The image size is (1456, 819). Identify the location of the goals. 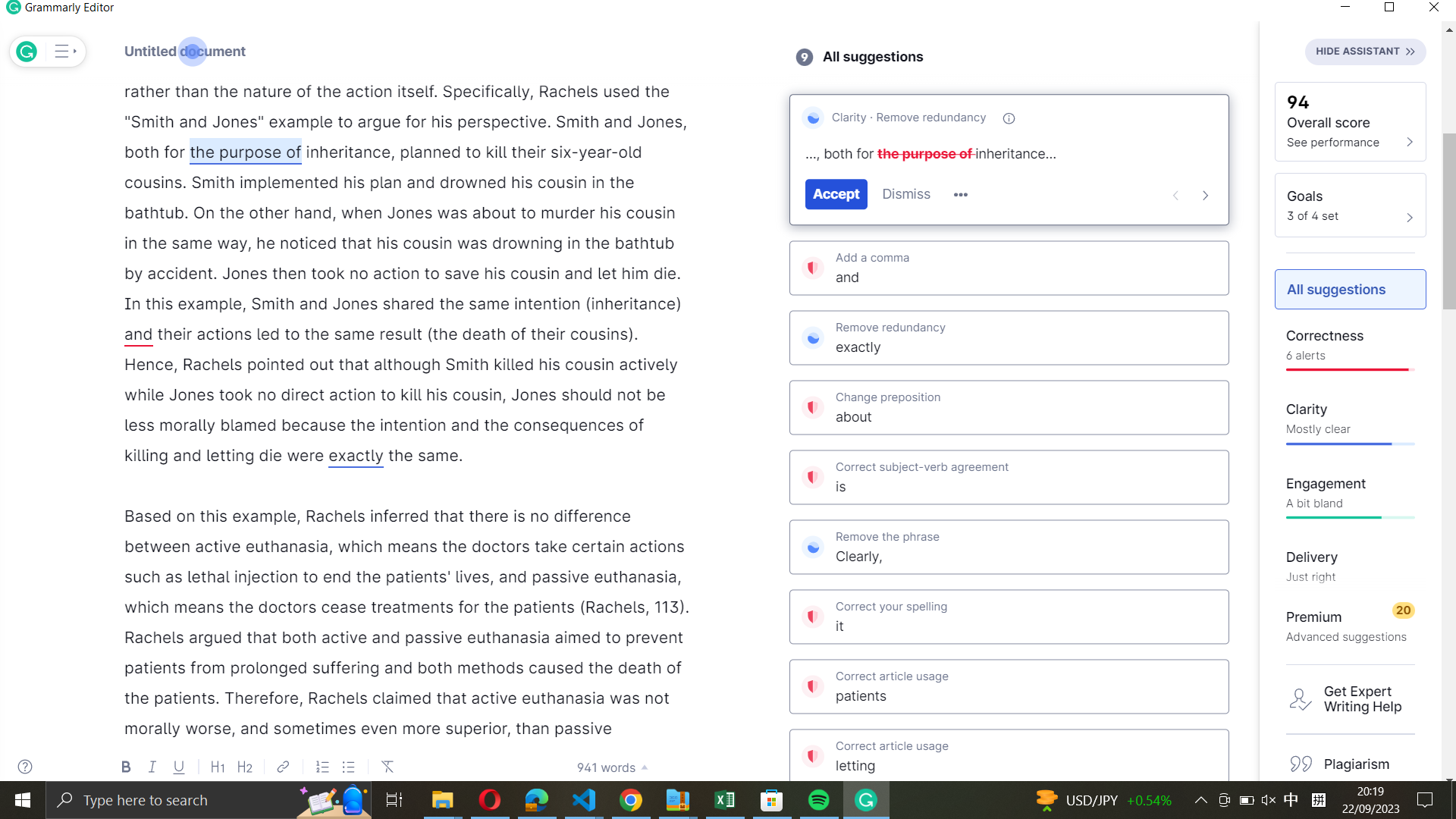
(1350, 203).